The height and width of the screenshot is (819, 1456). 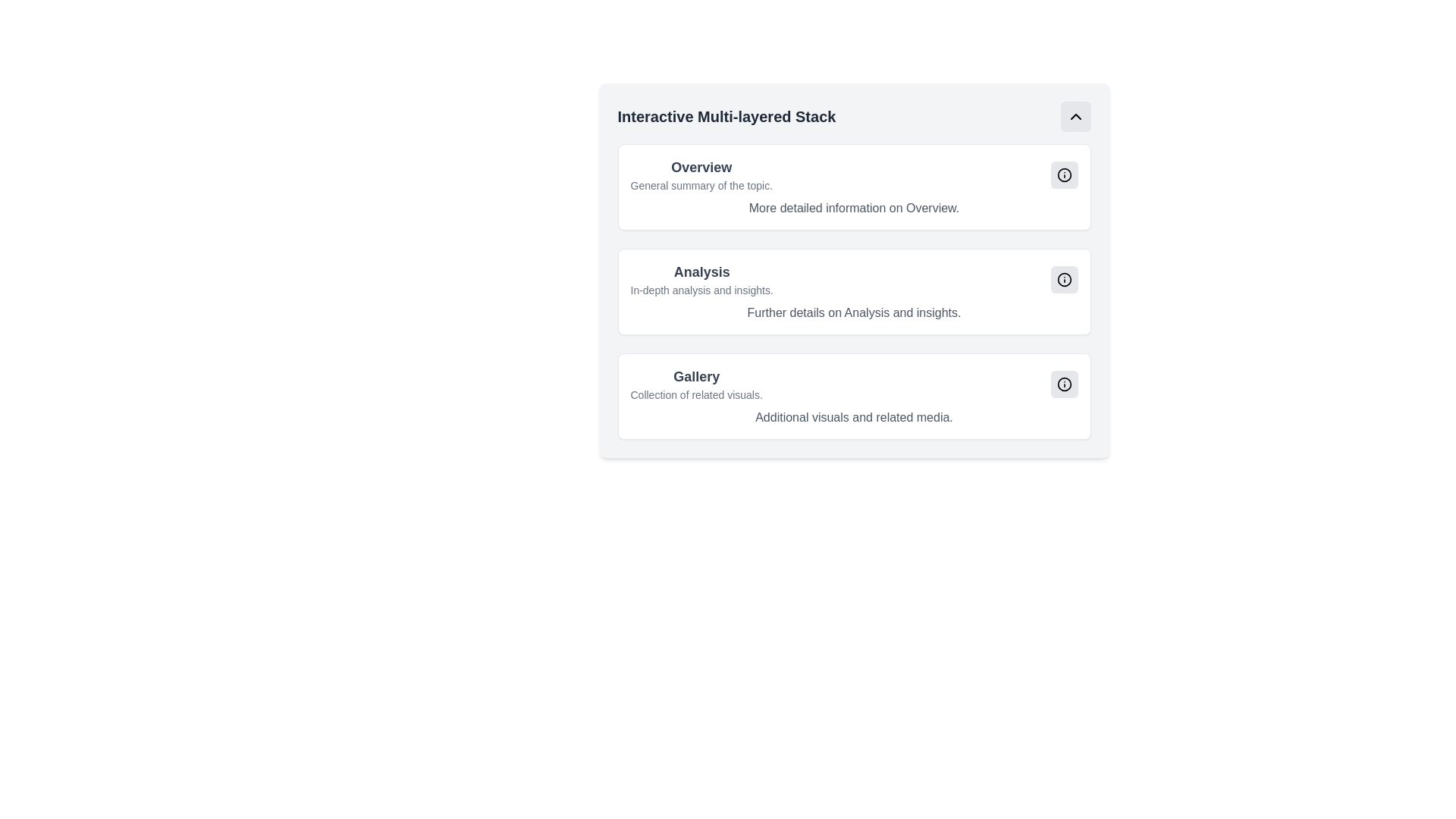 What do you see at coordinates (701, 271) in the screenshot?
I see `the 'Analysis' text label, which is prominently displayed in bold and larger font within the second card of the stacked layout, for potential navigation` at bounding box center [701, 271].